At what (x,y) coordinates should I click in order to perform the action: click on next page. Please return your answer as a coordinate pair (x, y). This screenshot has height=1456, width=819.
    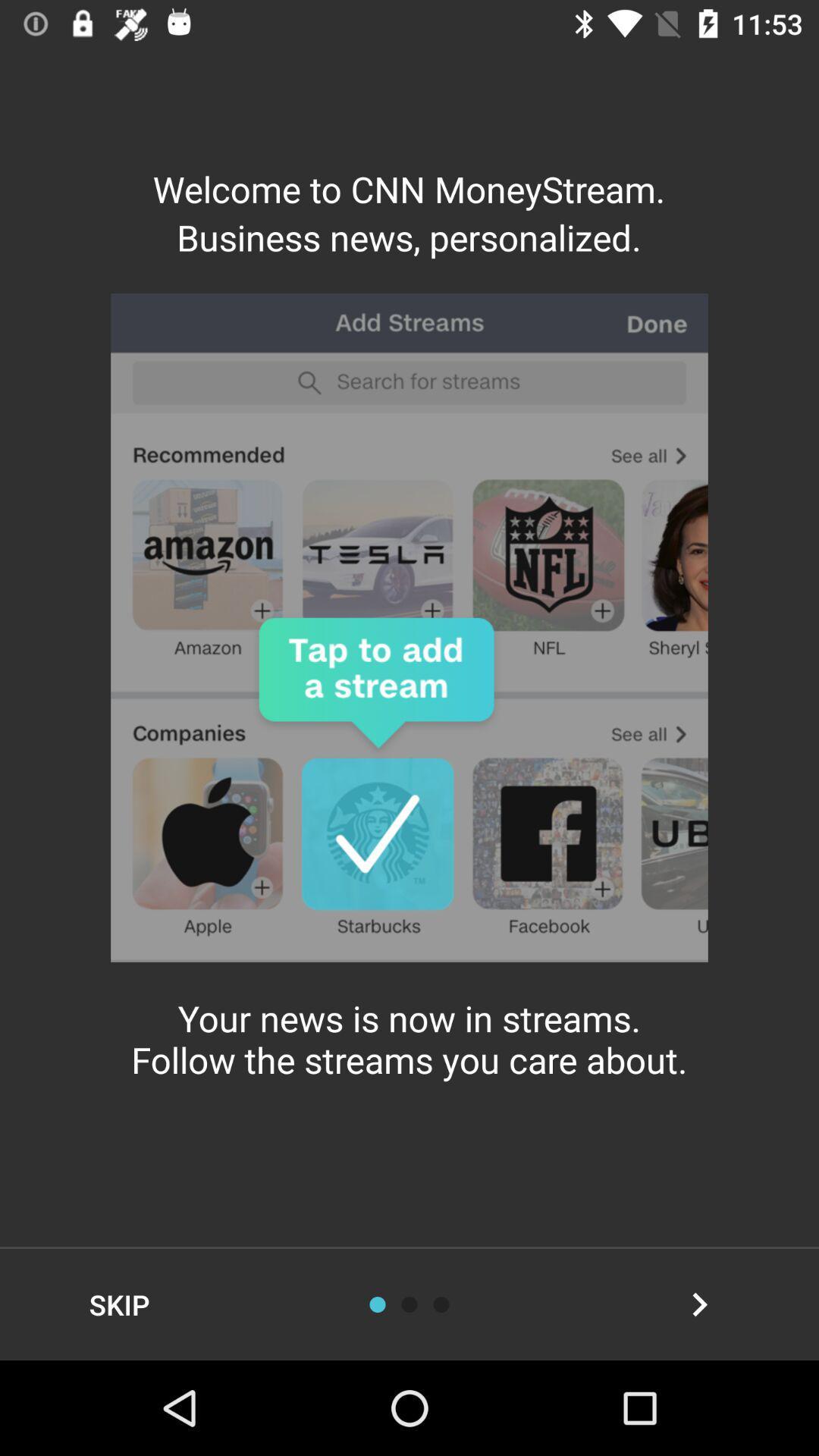
    Looking at the image, I should click on (699, 1304).